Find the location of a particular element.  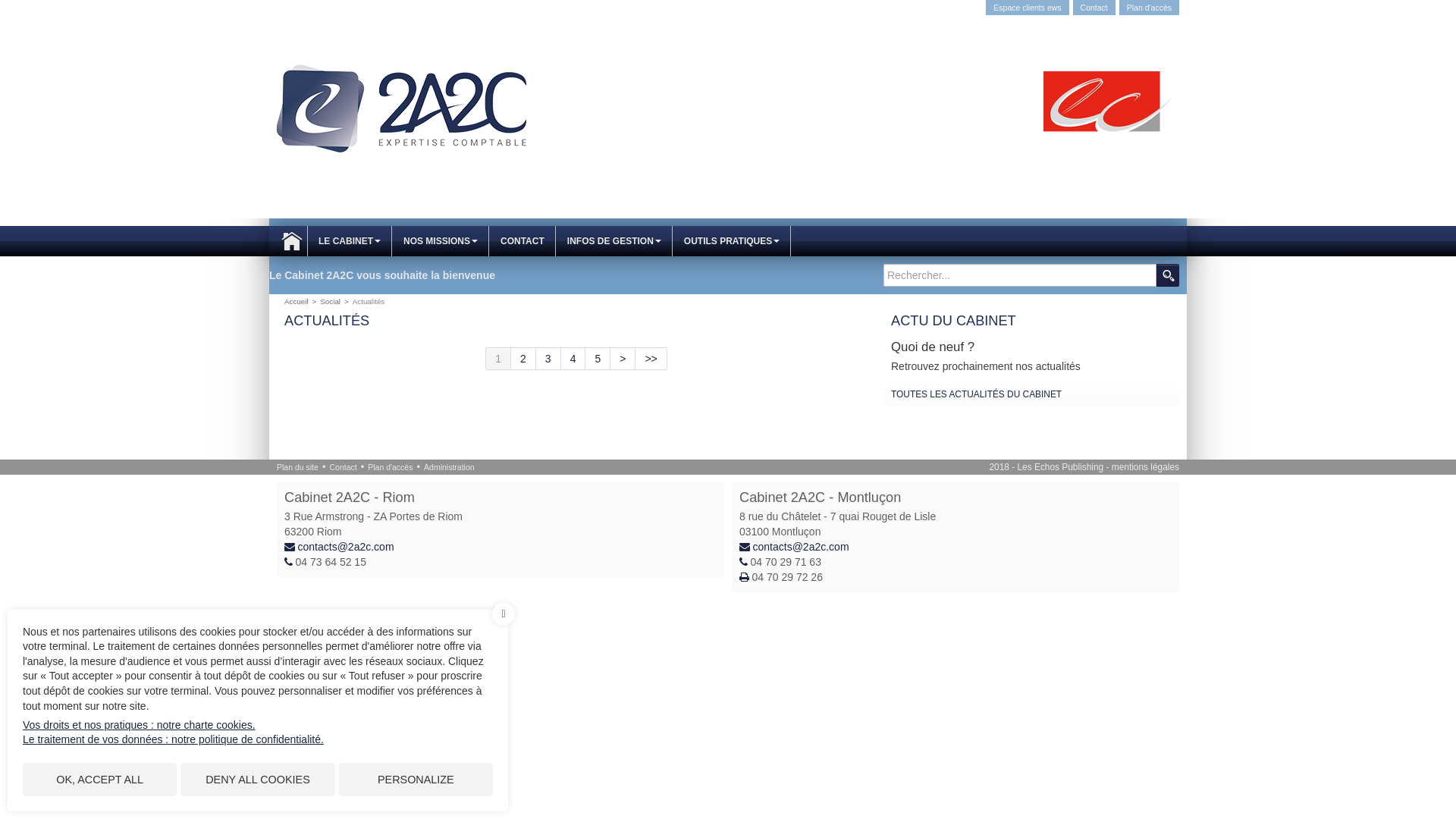

'5' is located at coordinates (585, 359).